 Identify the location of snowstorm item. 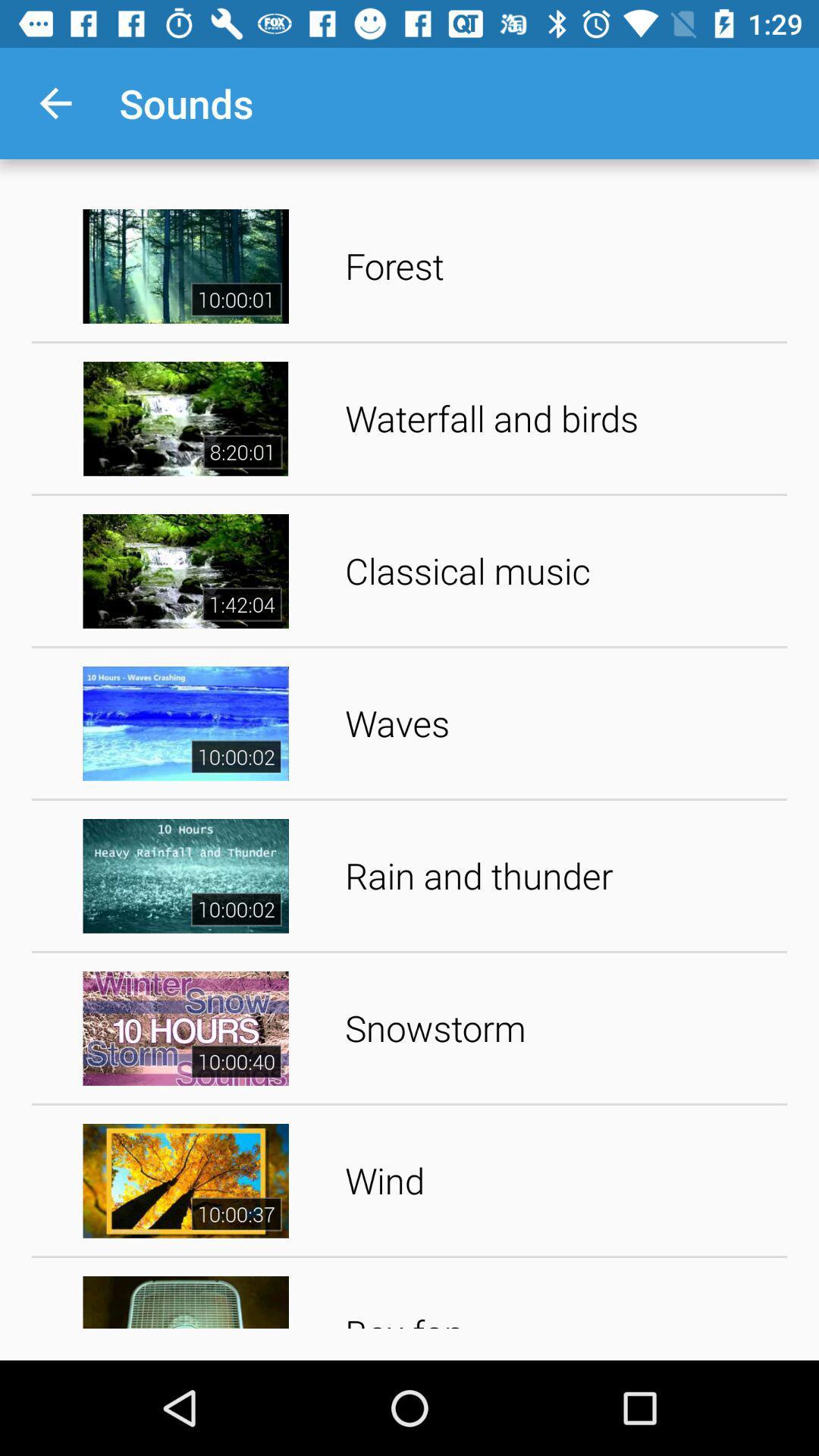
(560, 1028).